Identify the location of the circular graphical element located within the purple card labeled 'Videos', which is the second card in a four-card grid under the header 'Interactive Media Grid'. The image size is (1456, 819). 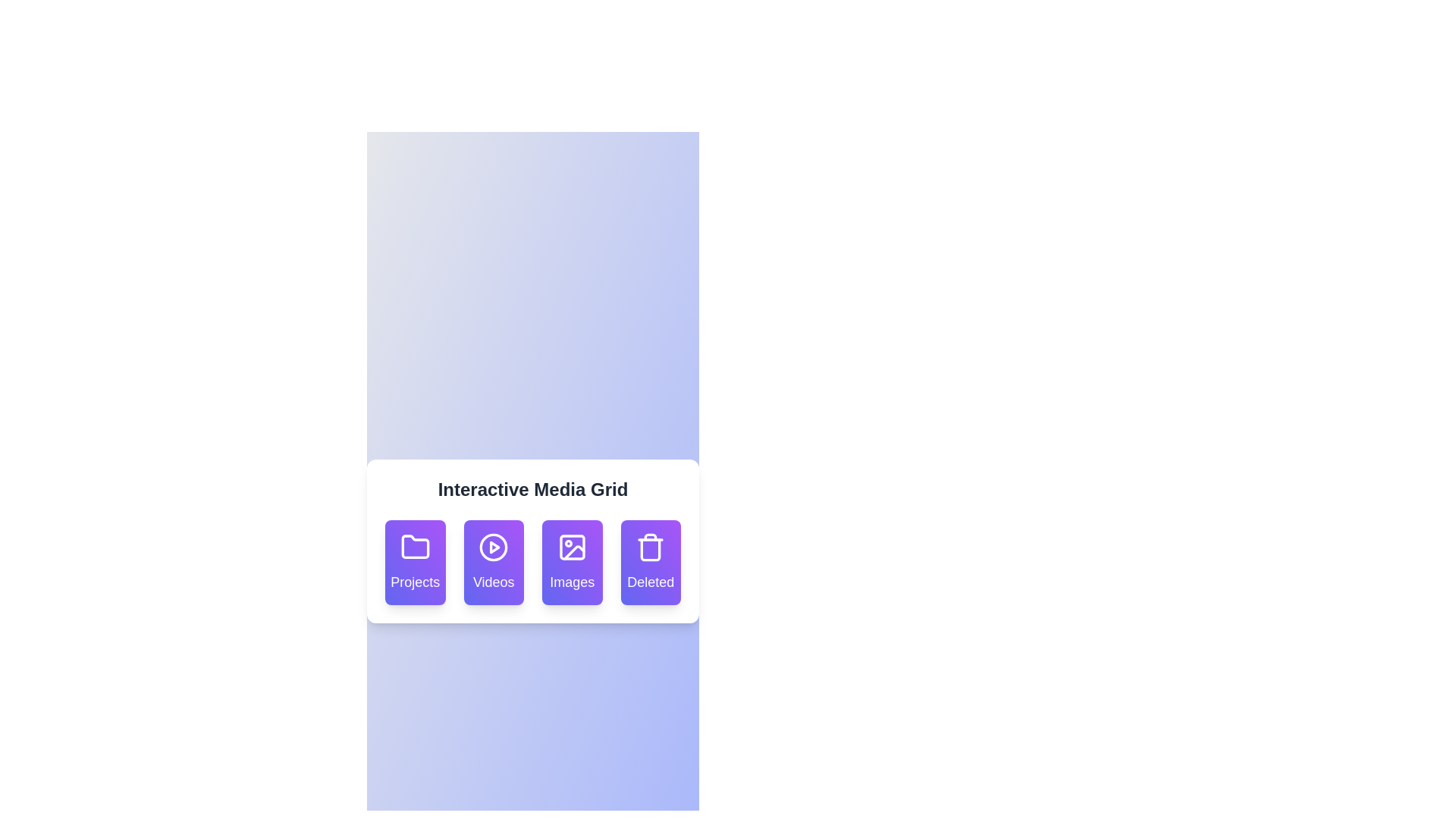
(494, 547).